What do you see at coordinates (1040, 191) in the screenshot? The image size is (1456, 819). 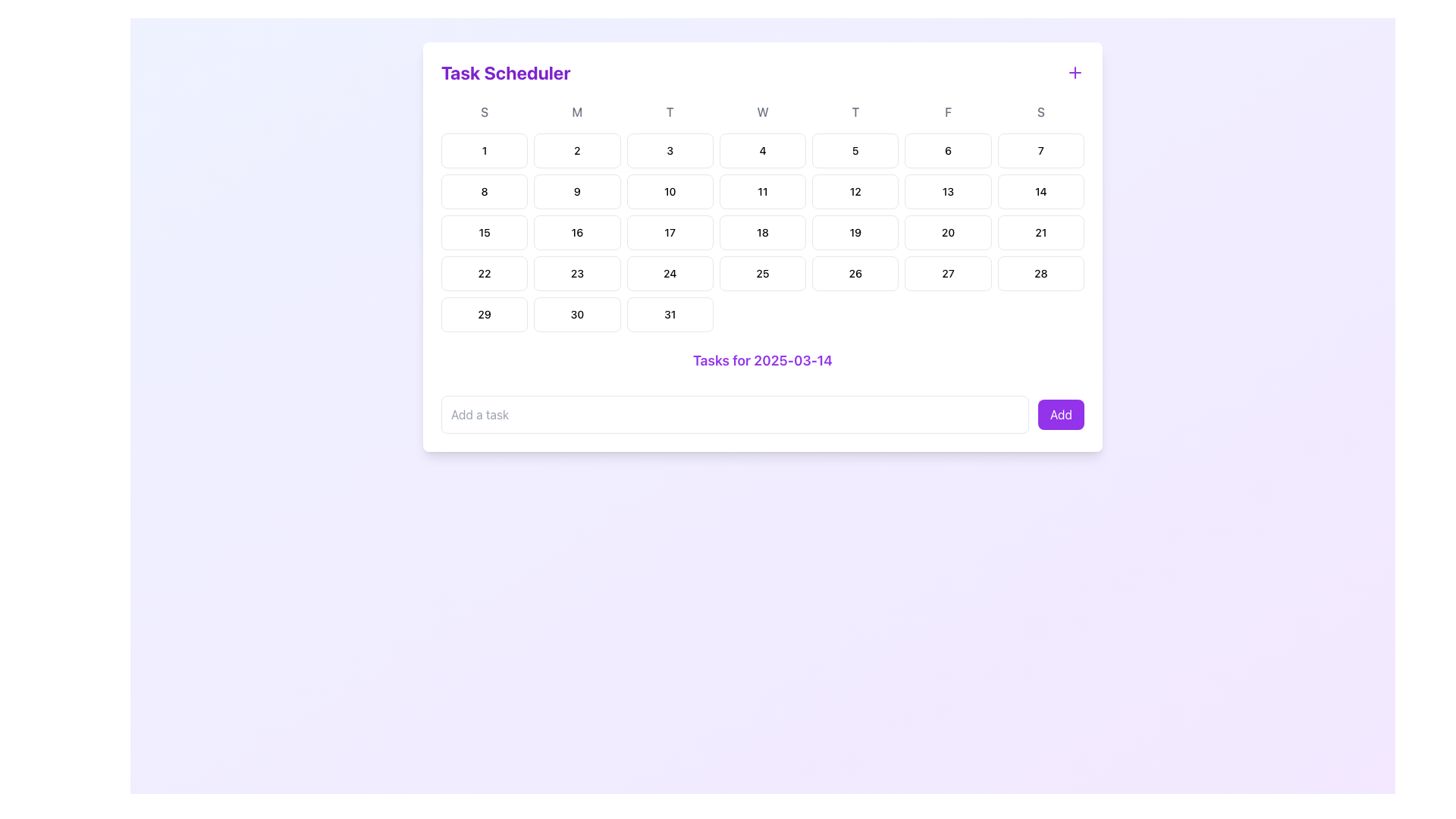 I see `the interactive calendar date button labeled '14'` at bounding box center [1040, 191].